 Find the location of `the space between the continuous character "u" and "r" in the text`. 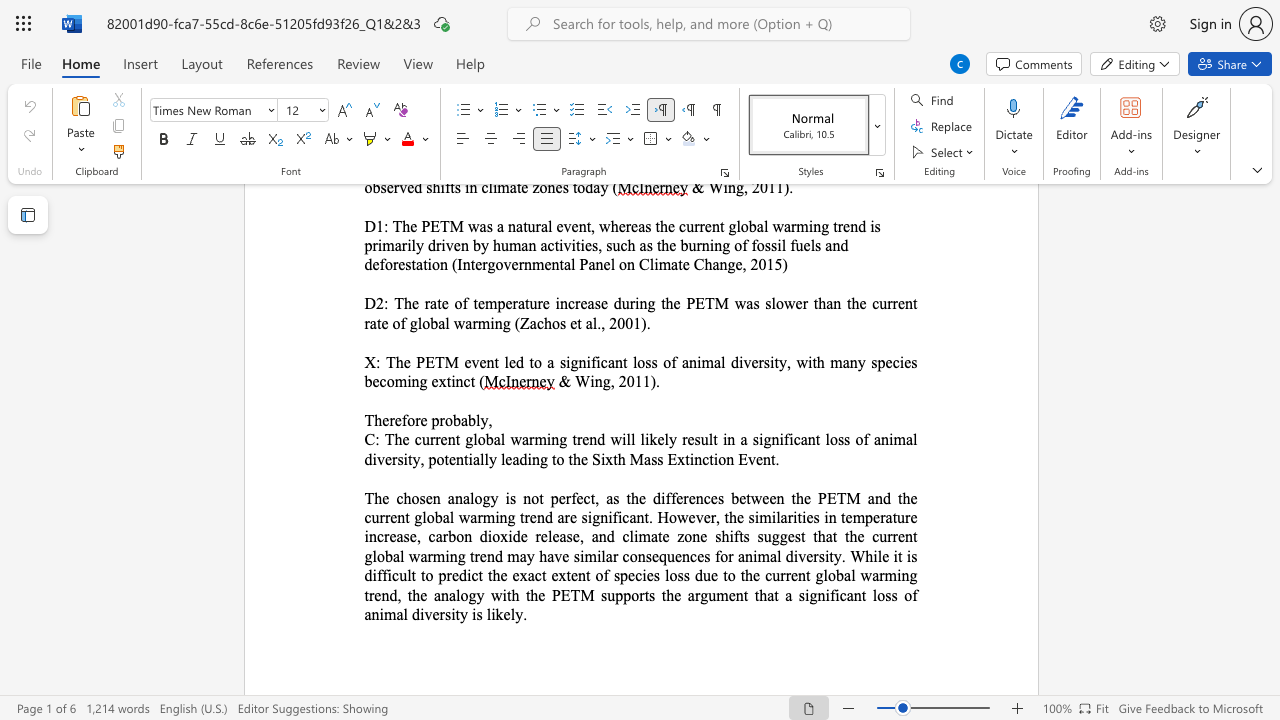

the space between the continuous character "u" and "r" in the text is located at coordinates (428, 438).